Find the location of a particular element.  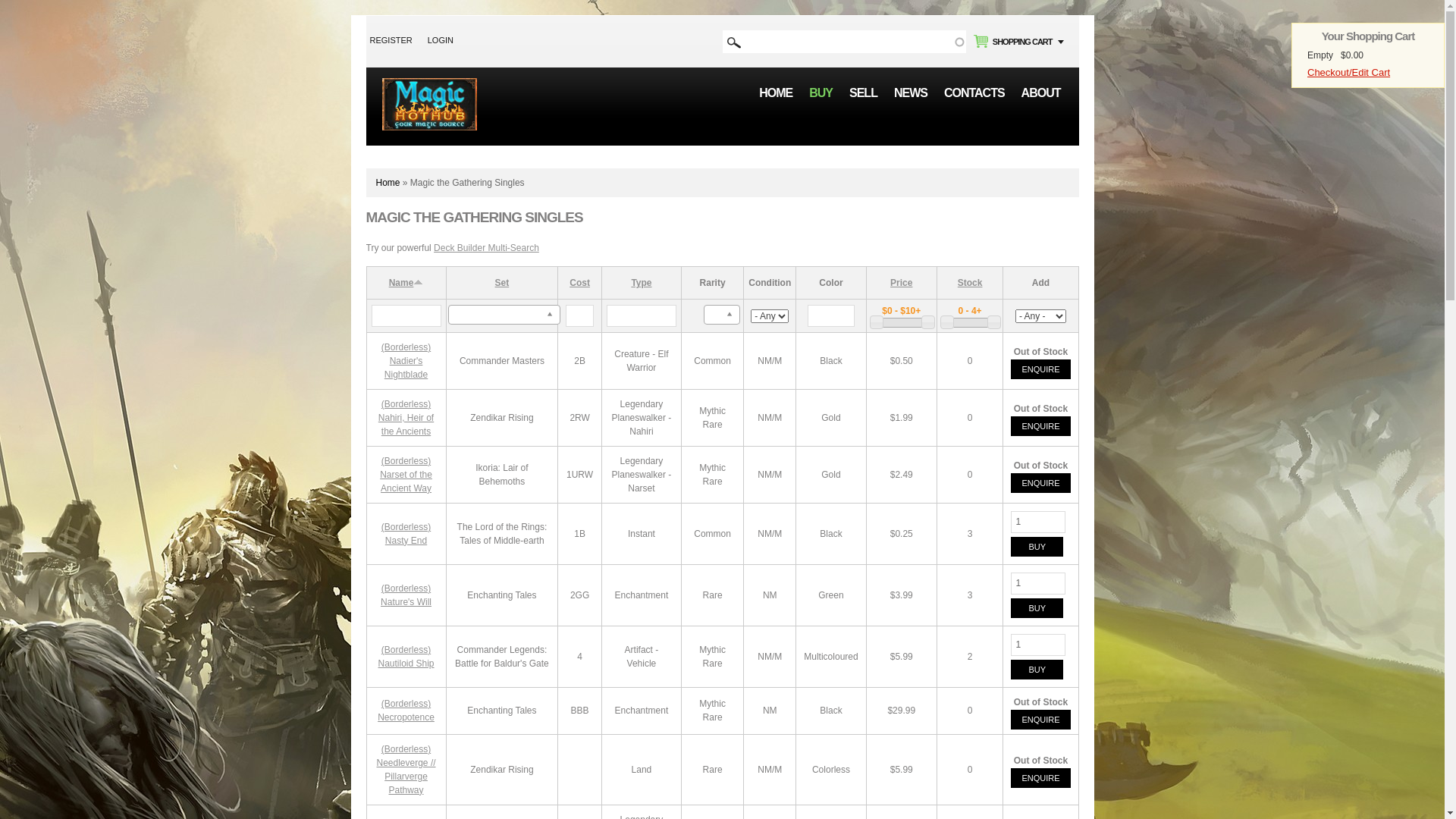

'Type' is located at coordinates (641, 283).